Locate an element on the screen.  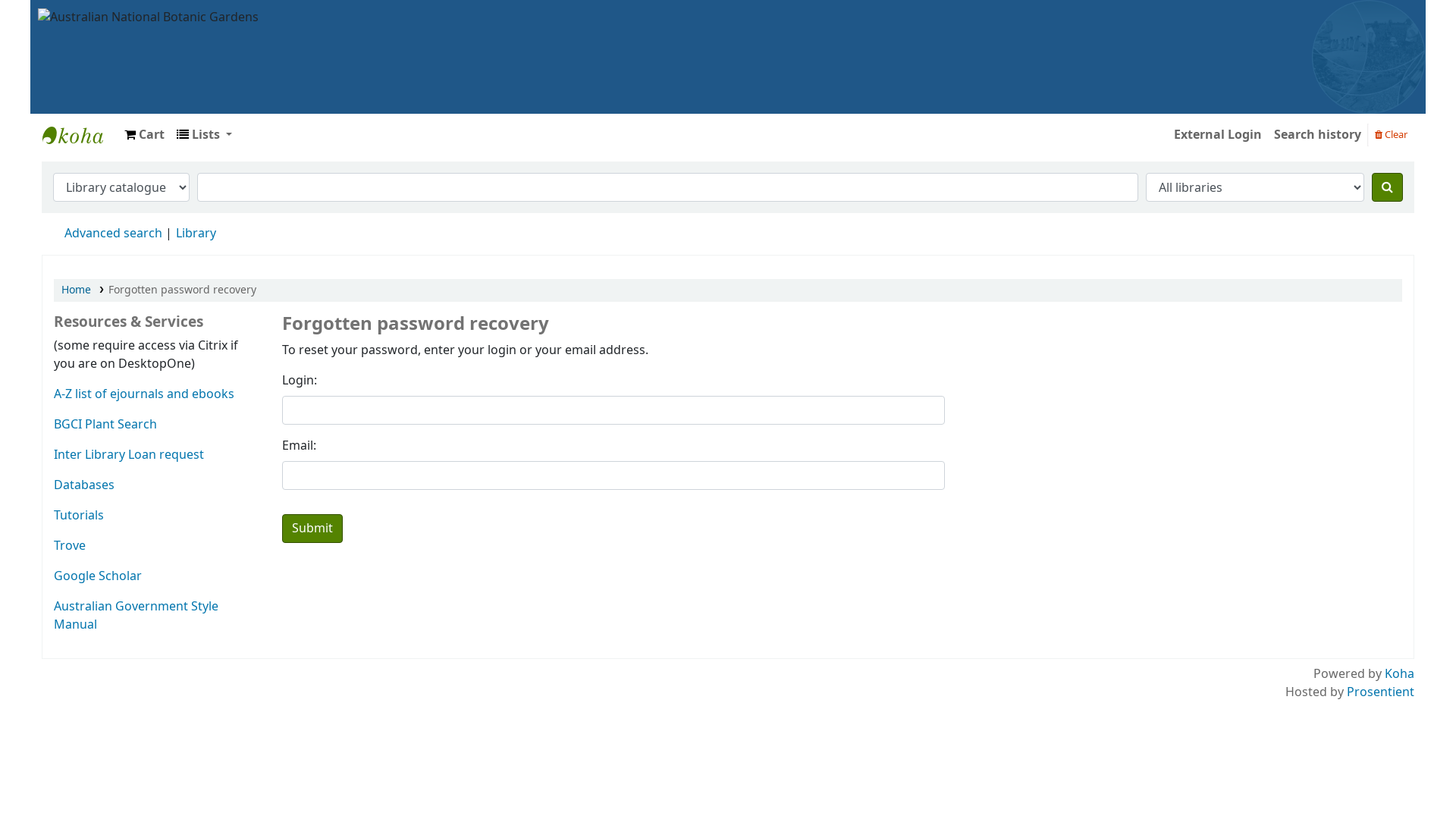
'Australian National Botanic Gardens' is located at coordinates (148, 17).